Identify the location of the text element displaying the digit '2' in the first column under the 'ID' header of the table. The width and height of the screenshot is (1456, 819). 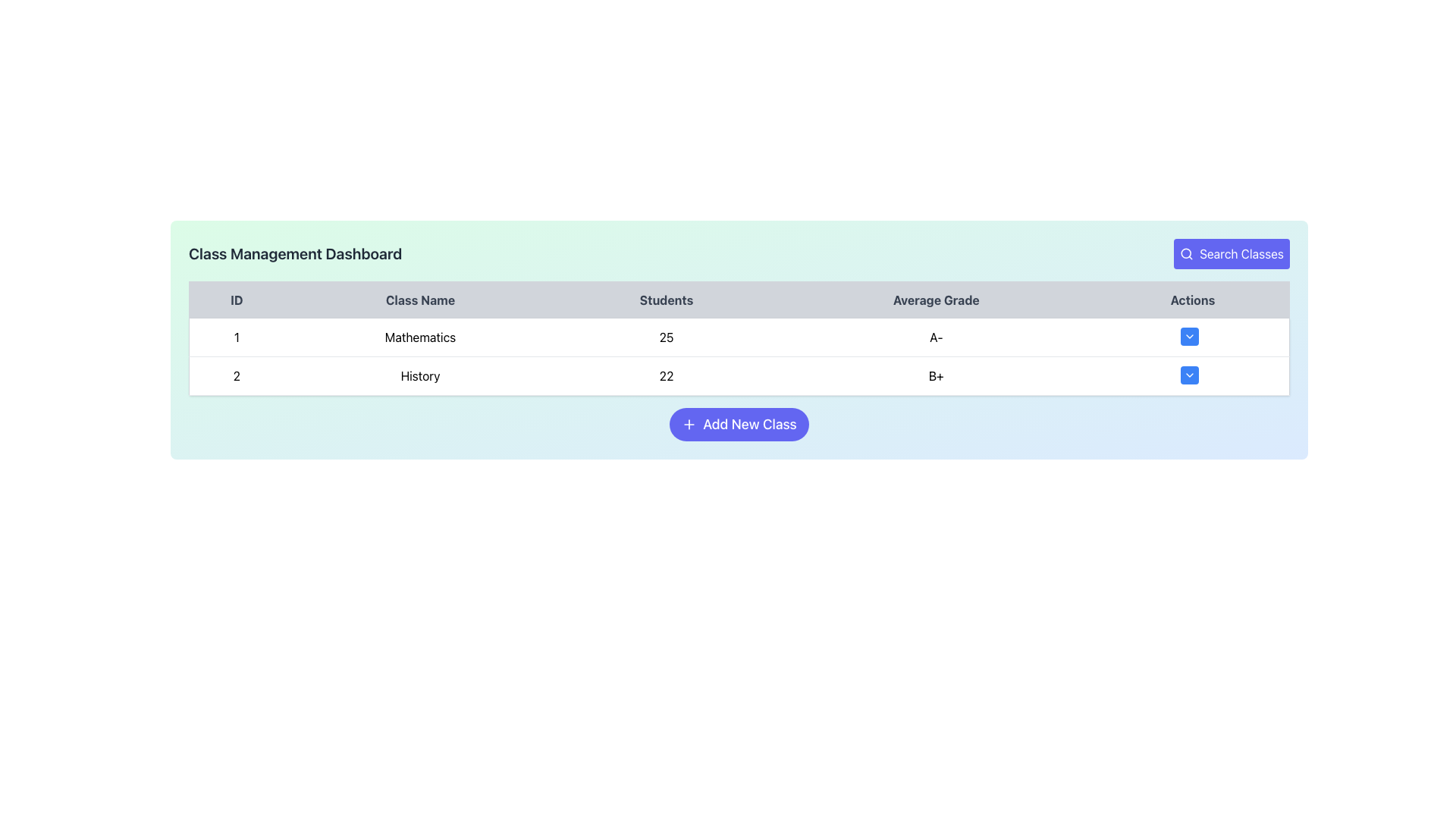
(236, 375).